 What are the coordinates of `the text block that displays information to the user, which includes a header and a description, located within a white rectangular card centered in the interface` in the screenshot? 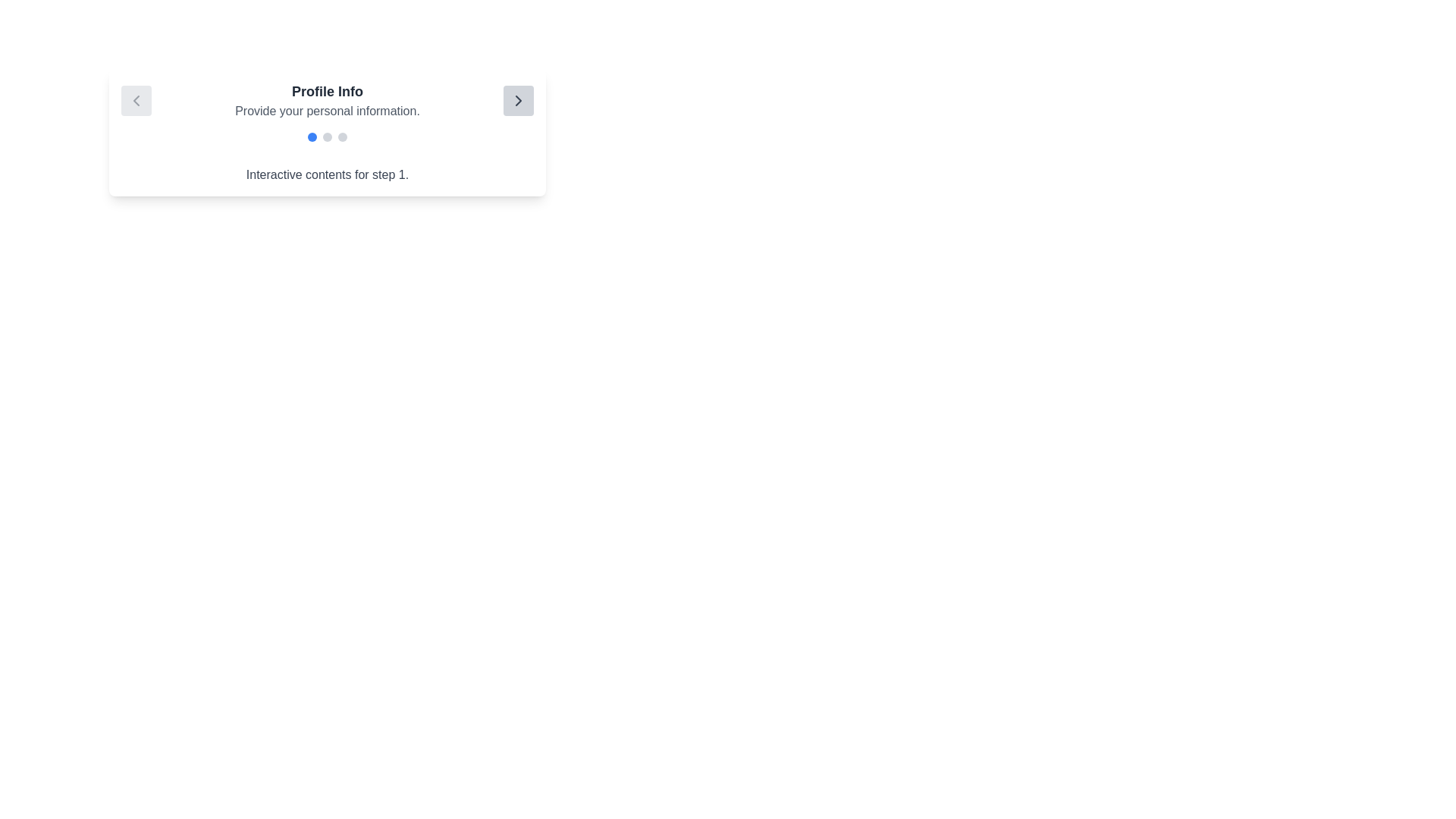 It's located at (327, 100).